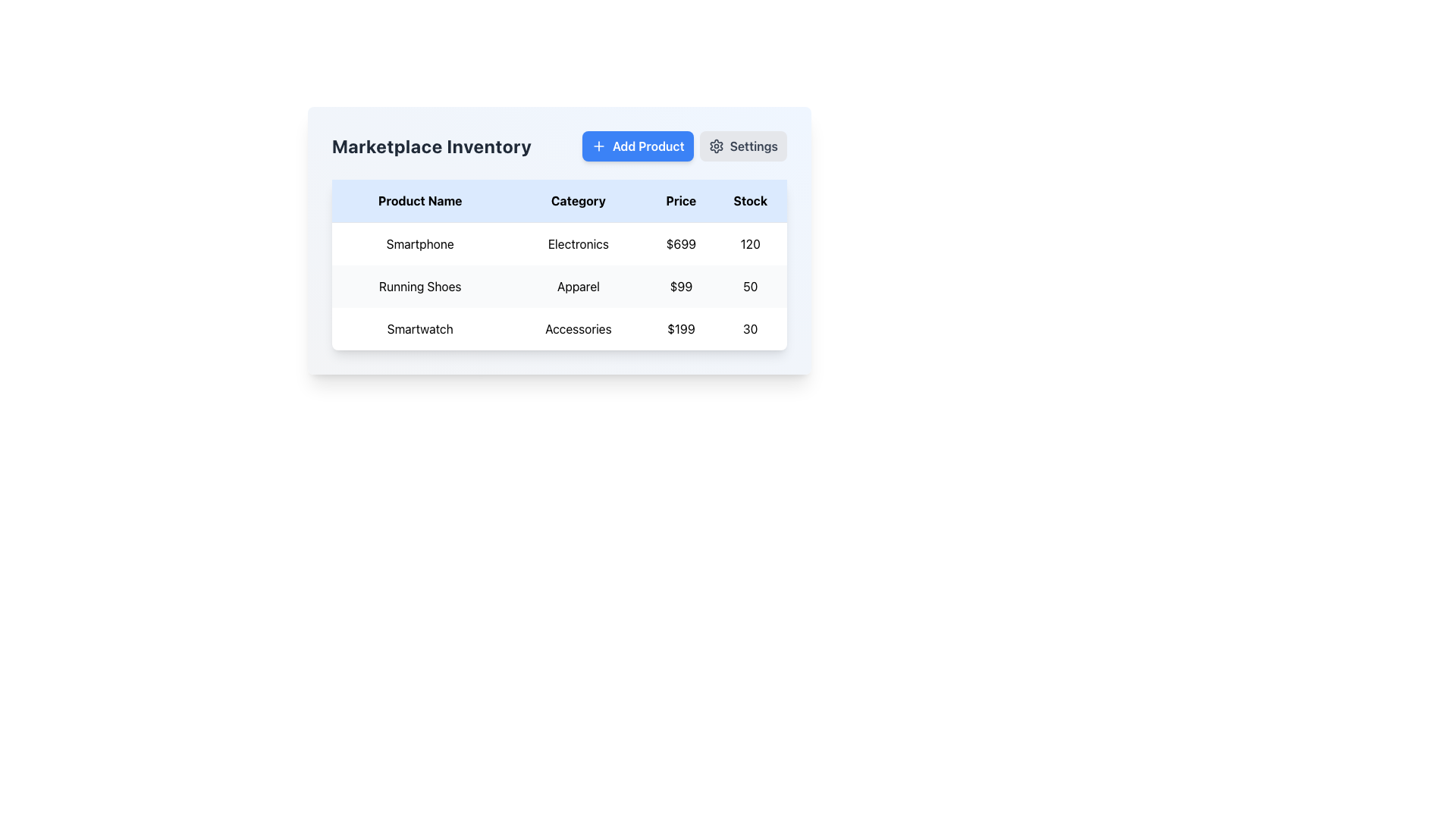  Describe the element at coordinates (598, 146) in the screenshot. I see `the blue button located in the top-right section of the page, which has the 'Add Product' text label and an icon to its left` at that location.